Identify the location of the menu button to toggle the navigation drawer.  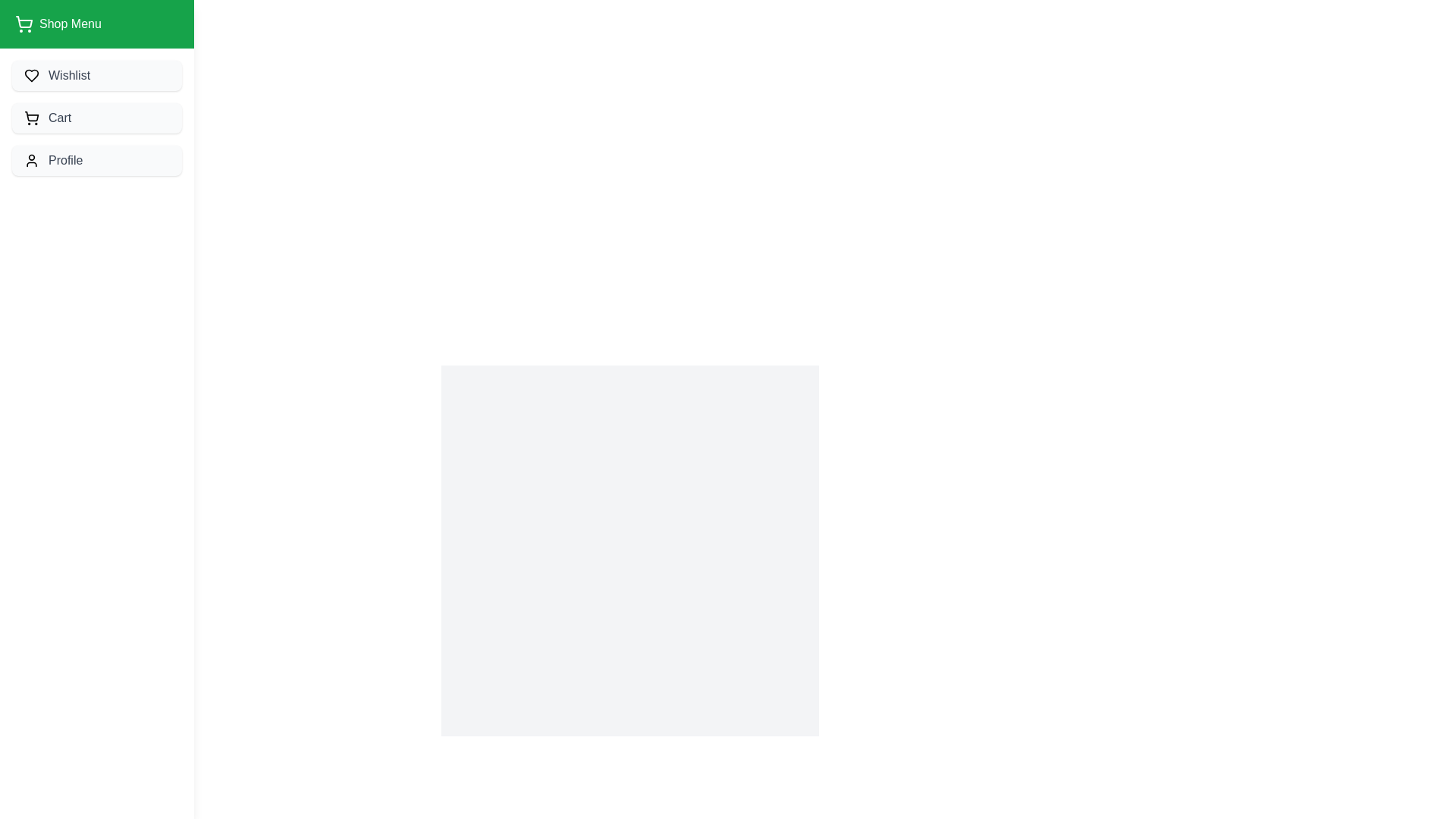
(36, 38).